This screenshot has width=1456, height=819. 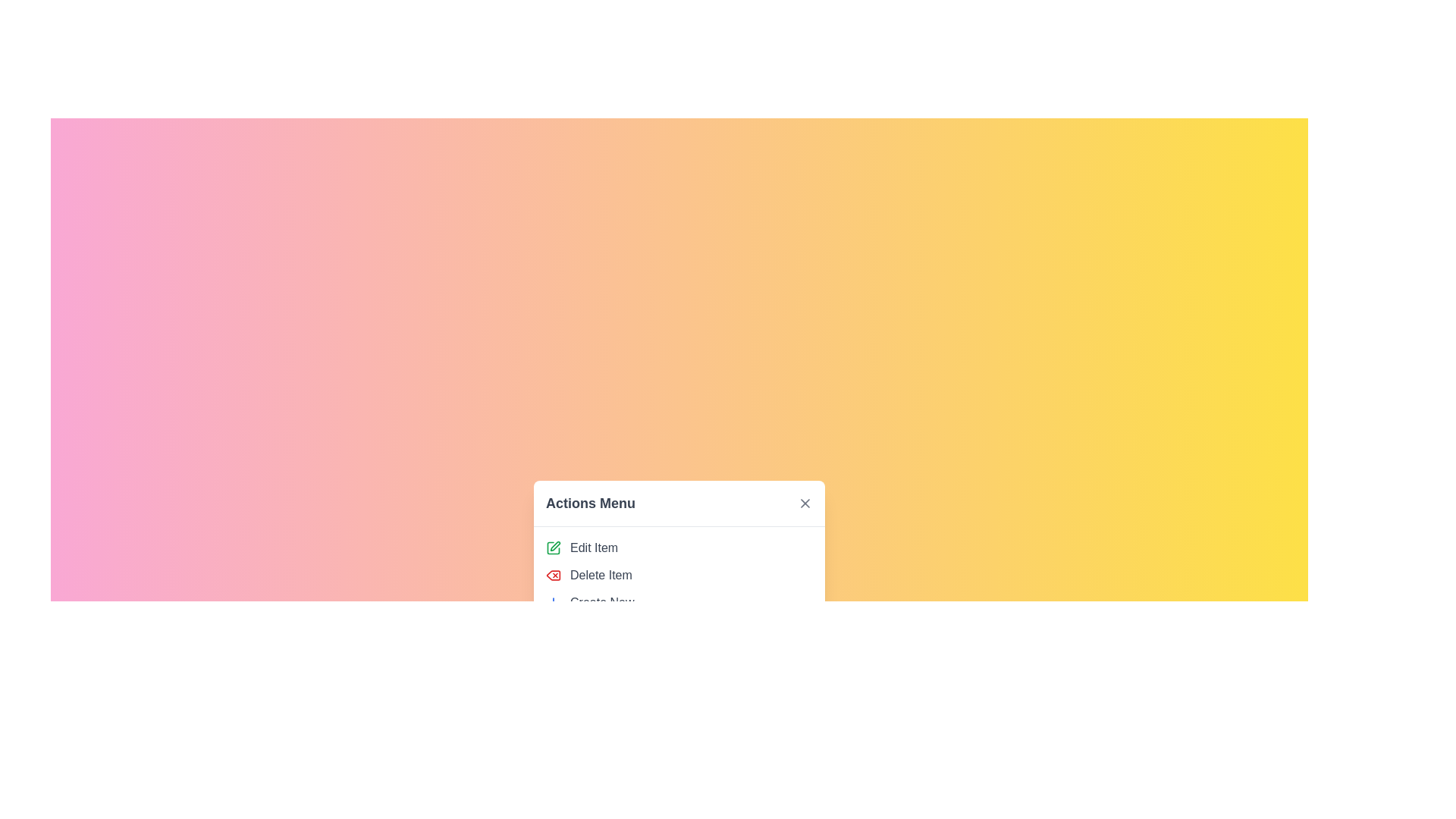 What do you see at coordinates (679, 575) in the screenshot?
I see `the second item in the 'Actions Menu' titled 'Delete', which is positioned under 'Edit Item' and above 'Create New'` at bounding box center [679, 575].